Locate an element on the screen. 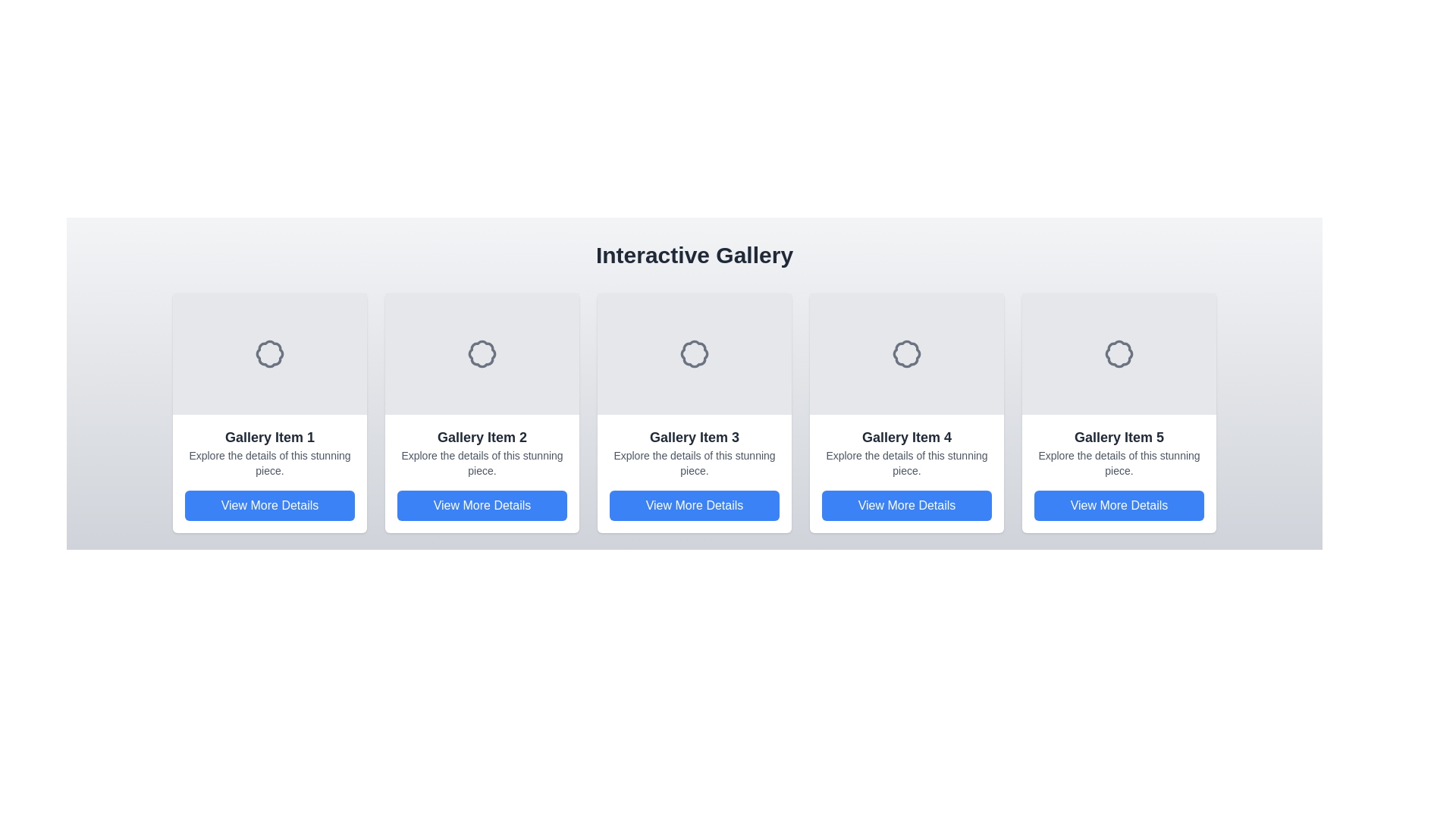 The image size is (1456, 819). the composite UI component for 'Gallery Item 3' to enable accessibility interaction is located at coordinates (694, 472).